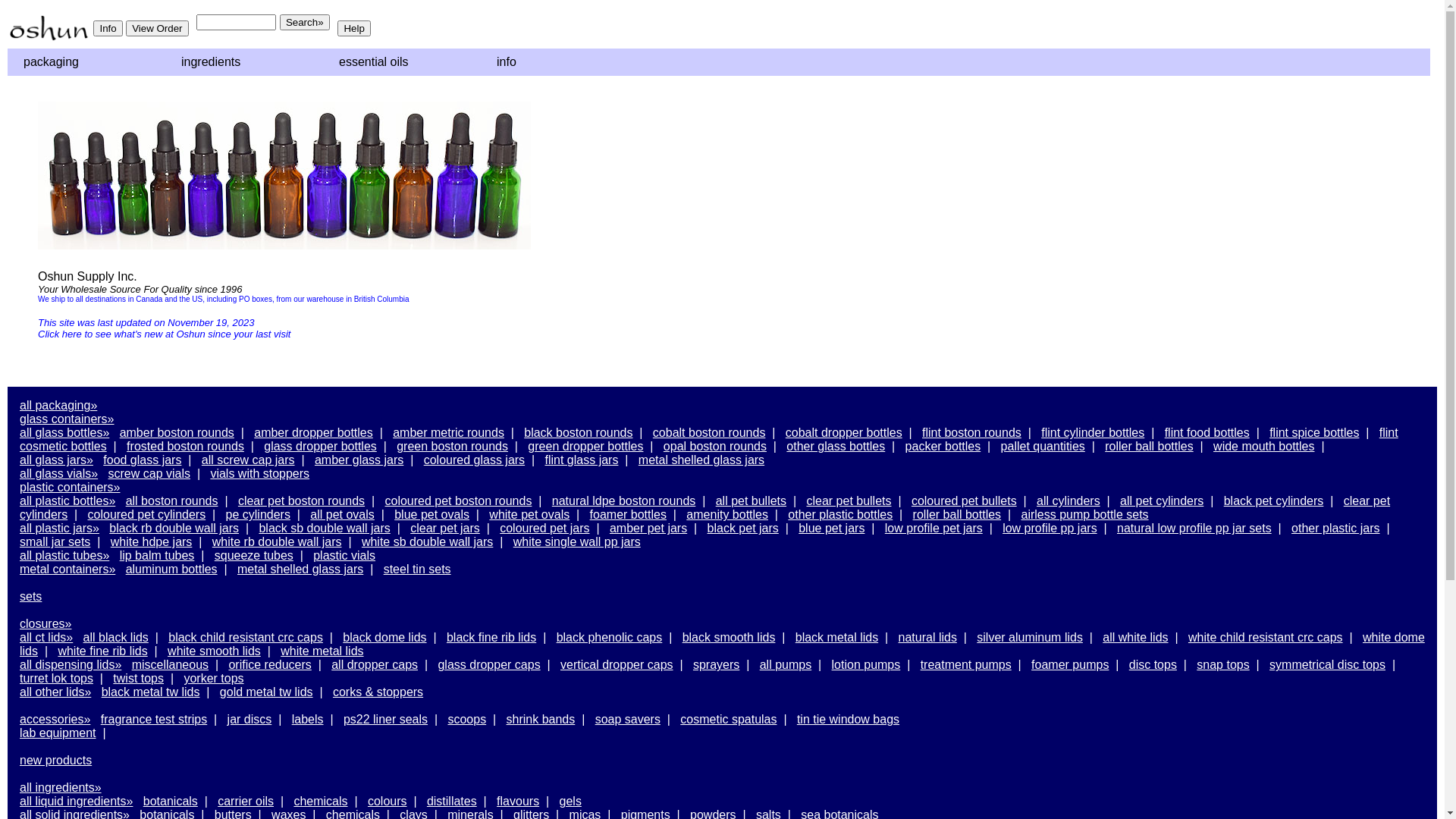 The image size is (1456, 819). I want to click on 'soap savers', so click(628, 718).